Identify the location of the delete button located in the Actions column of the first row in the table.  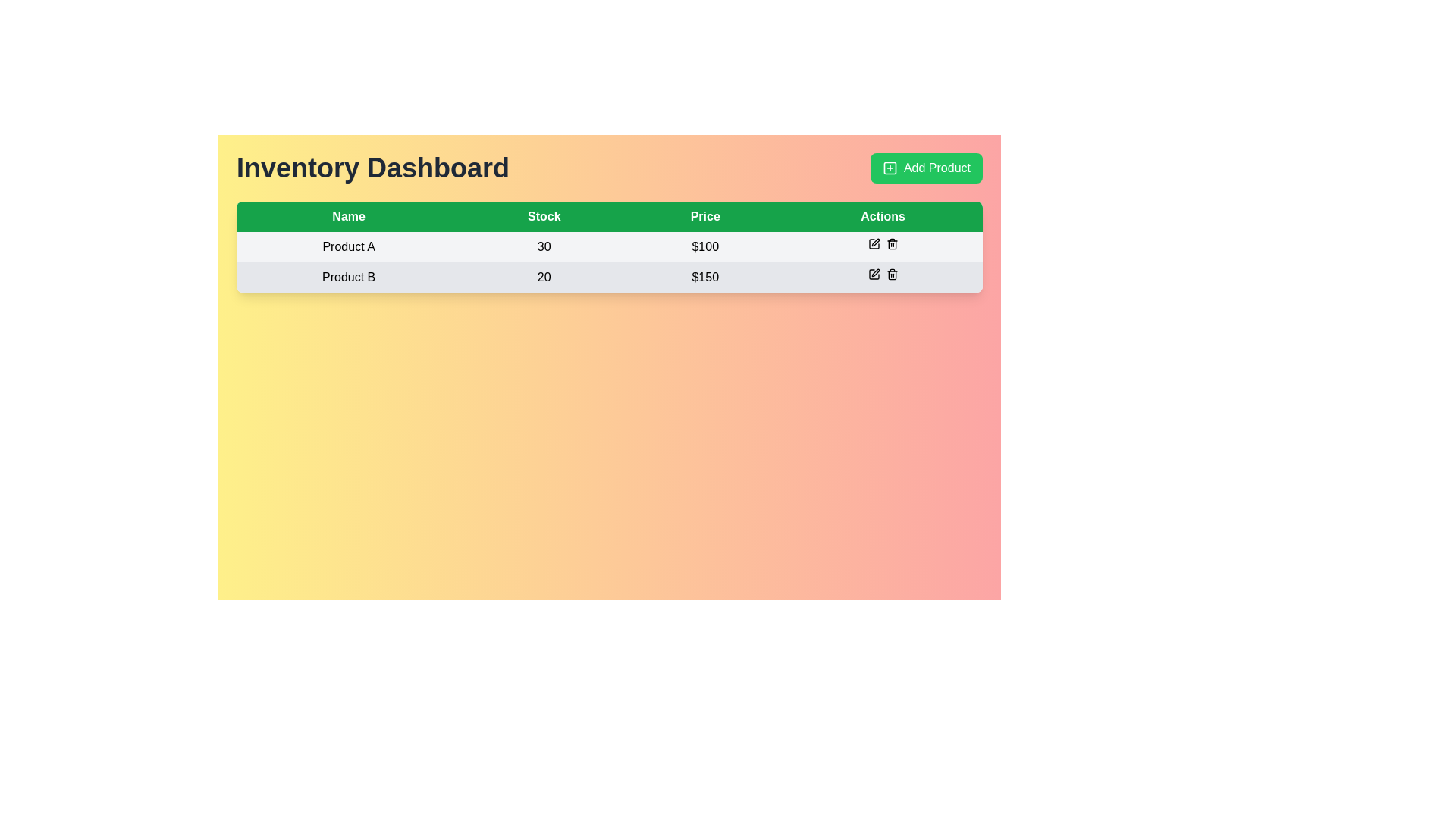
(892, 243).